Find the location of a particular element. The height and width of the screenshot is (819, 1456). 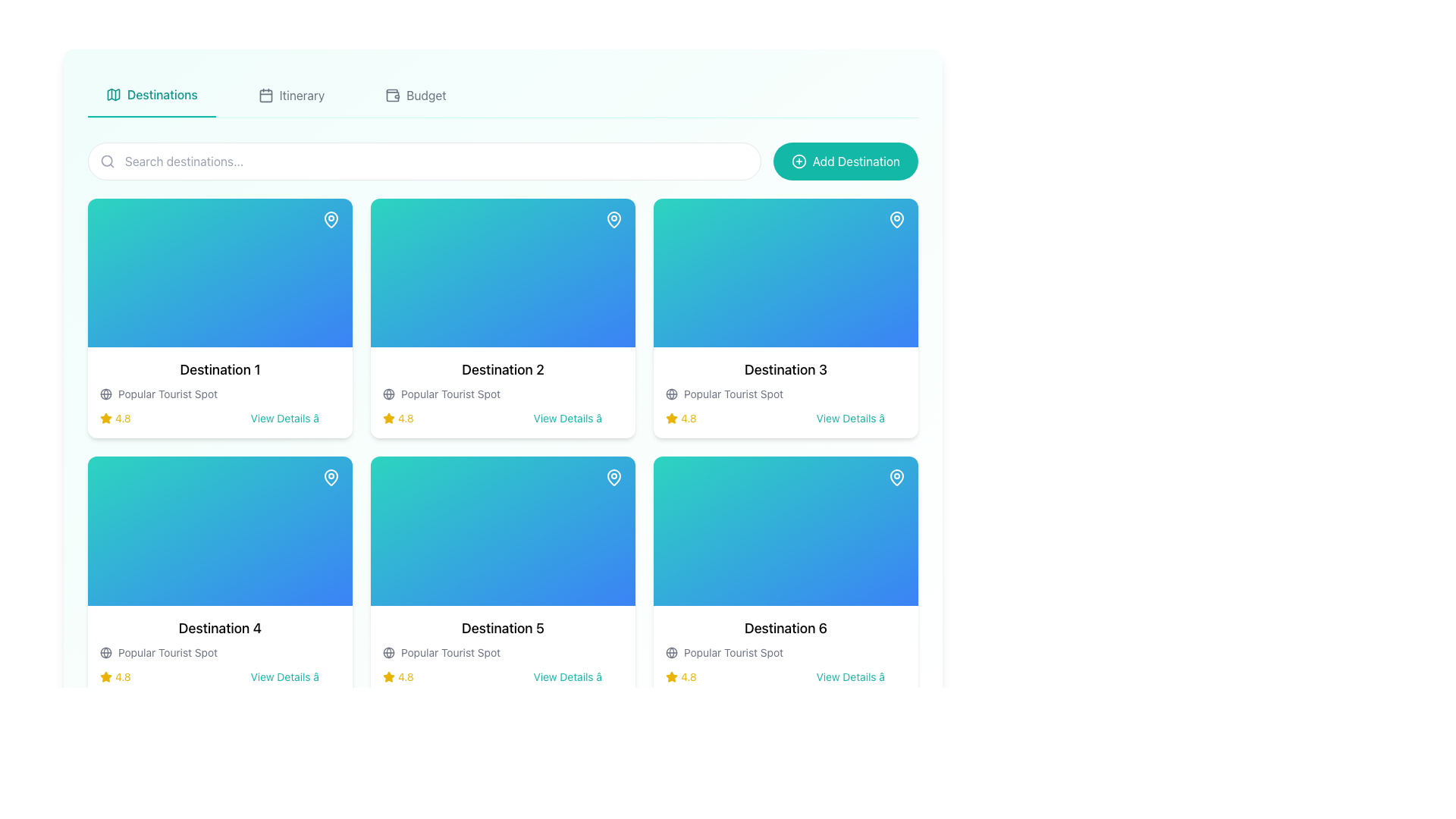

the Itinerary icon in the navigation menu, which is positioned between the 'Destinations' label and the 'Budget' label, providing a visual cue for the section's purpose is located at coordinates (265, 96).